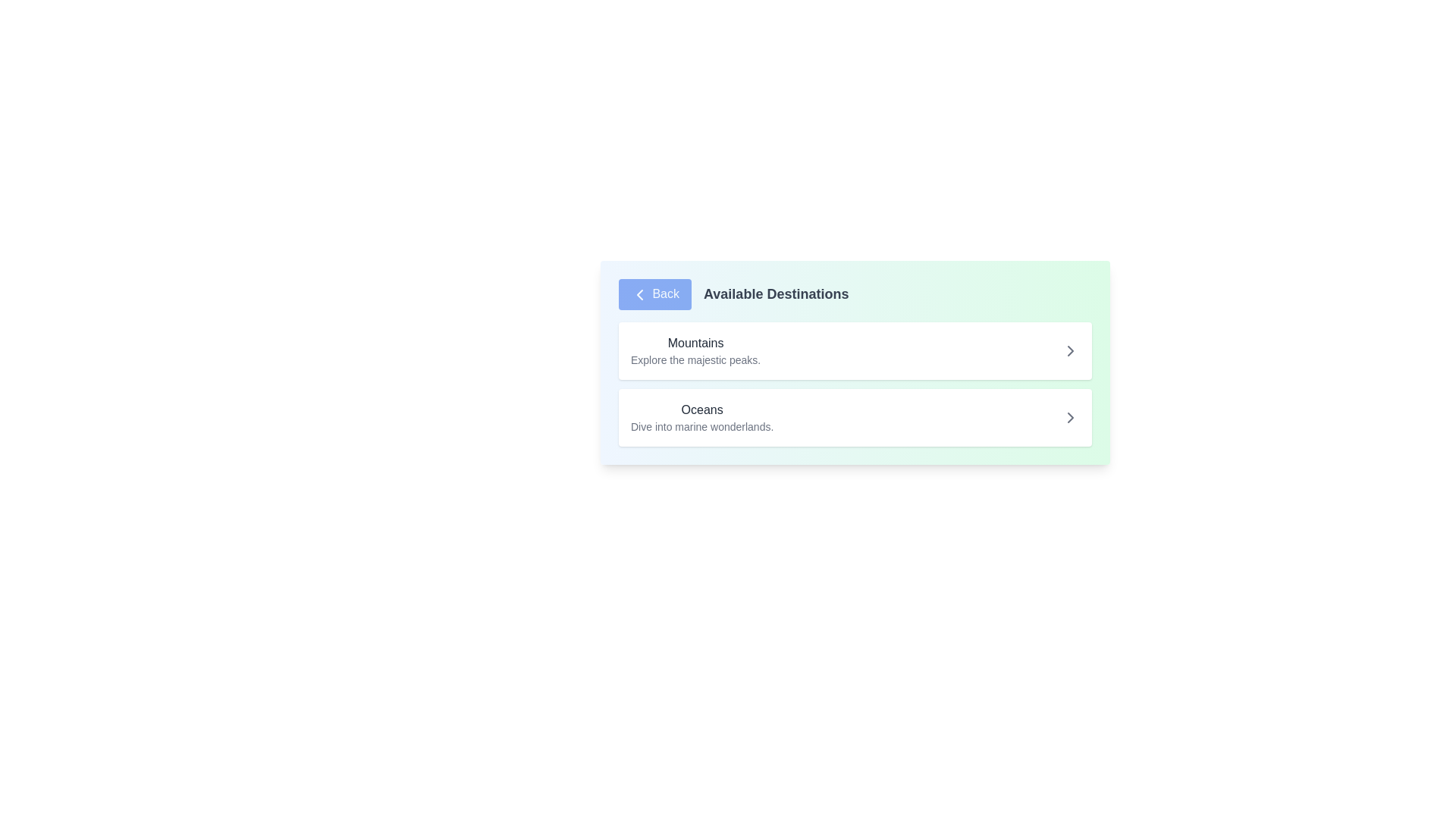  What do you see at coordinates (701, 426) in the screenshot?
I see `the descriptive Text Label that provides context for the 'Oceans' item, located towards the center-right of the interface` at bounding box center [701, 426].